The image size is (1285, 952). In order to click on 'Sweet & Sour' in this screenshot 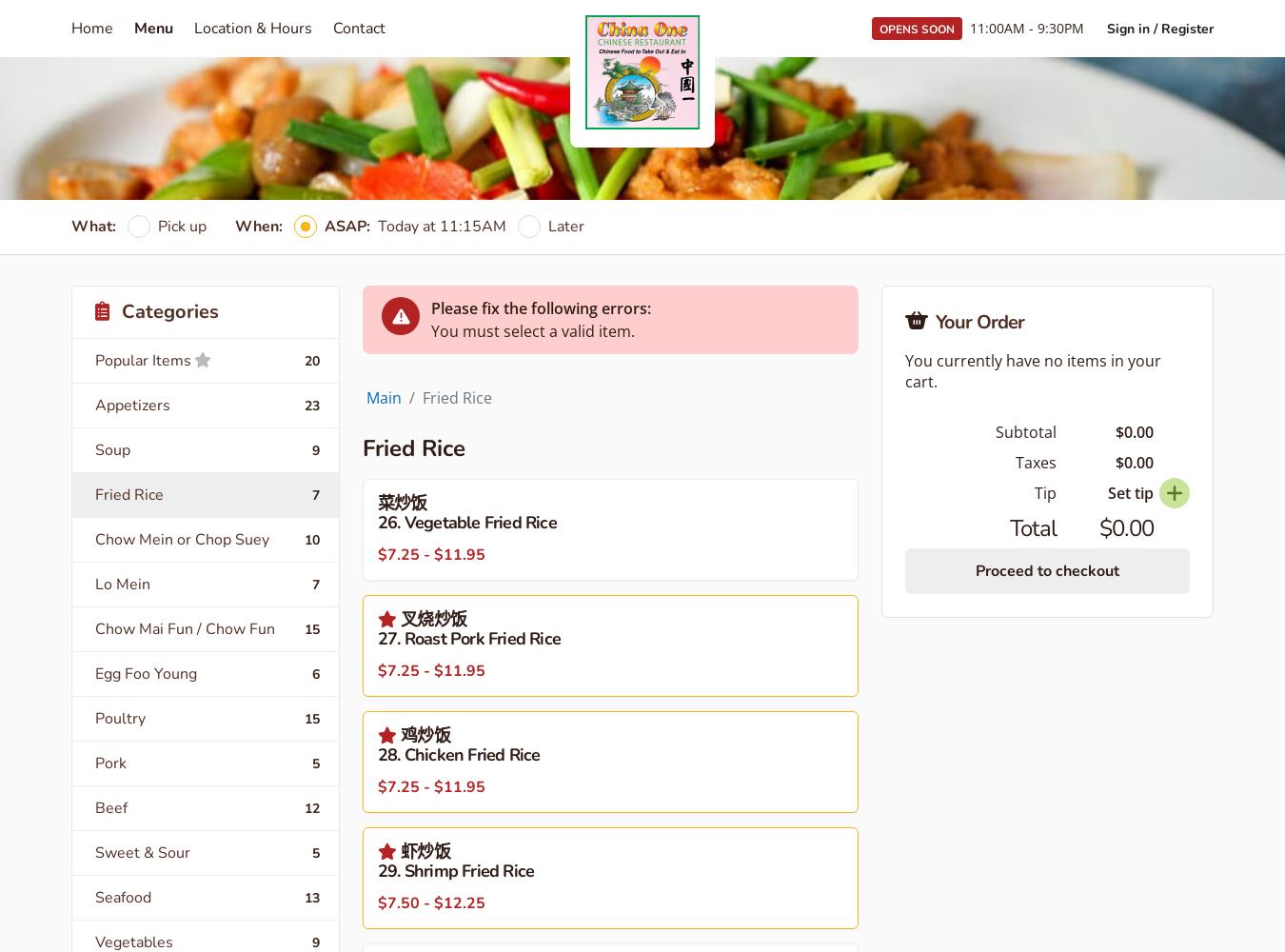, I will do `click(94, 853)`.